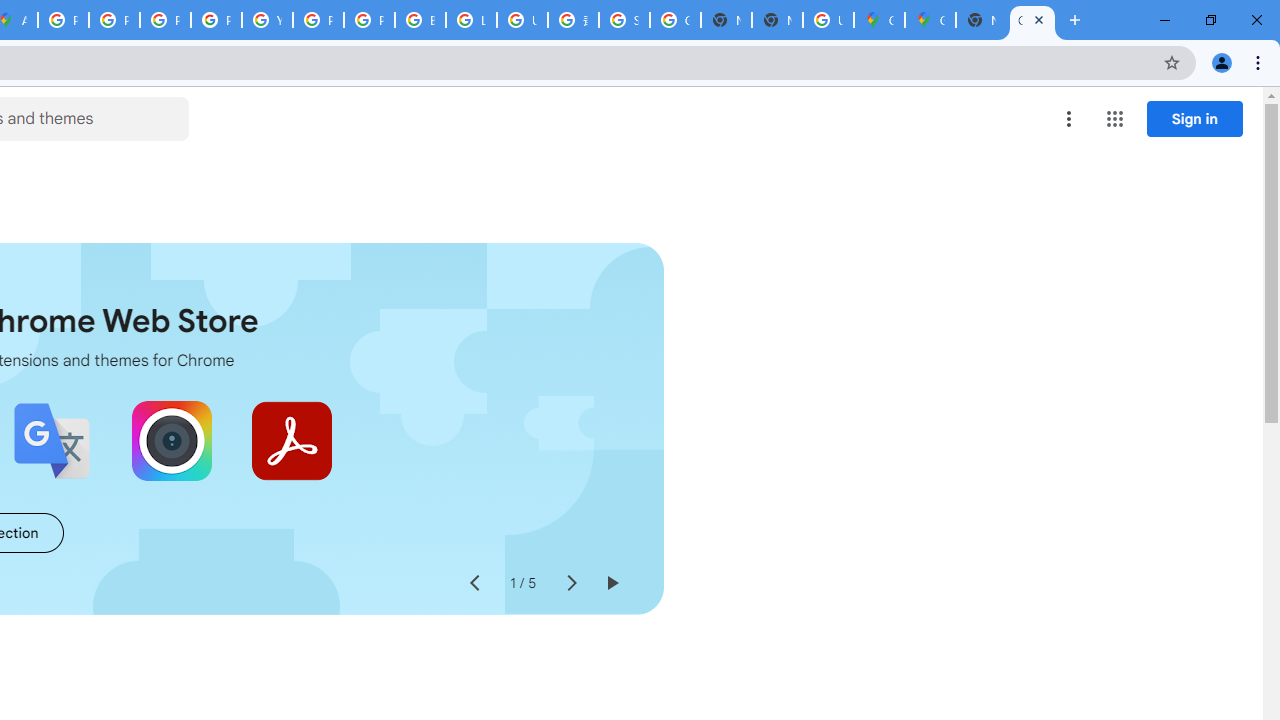  What do you see at coordinates (981, 20) in the screenshot?
I see `'New Tab'` at bounding box center [981, 20].